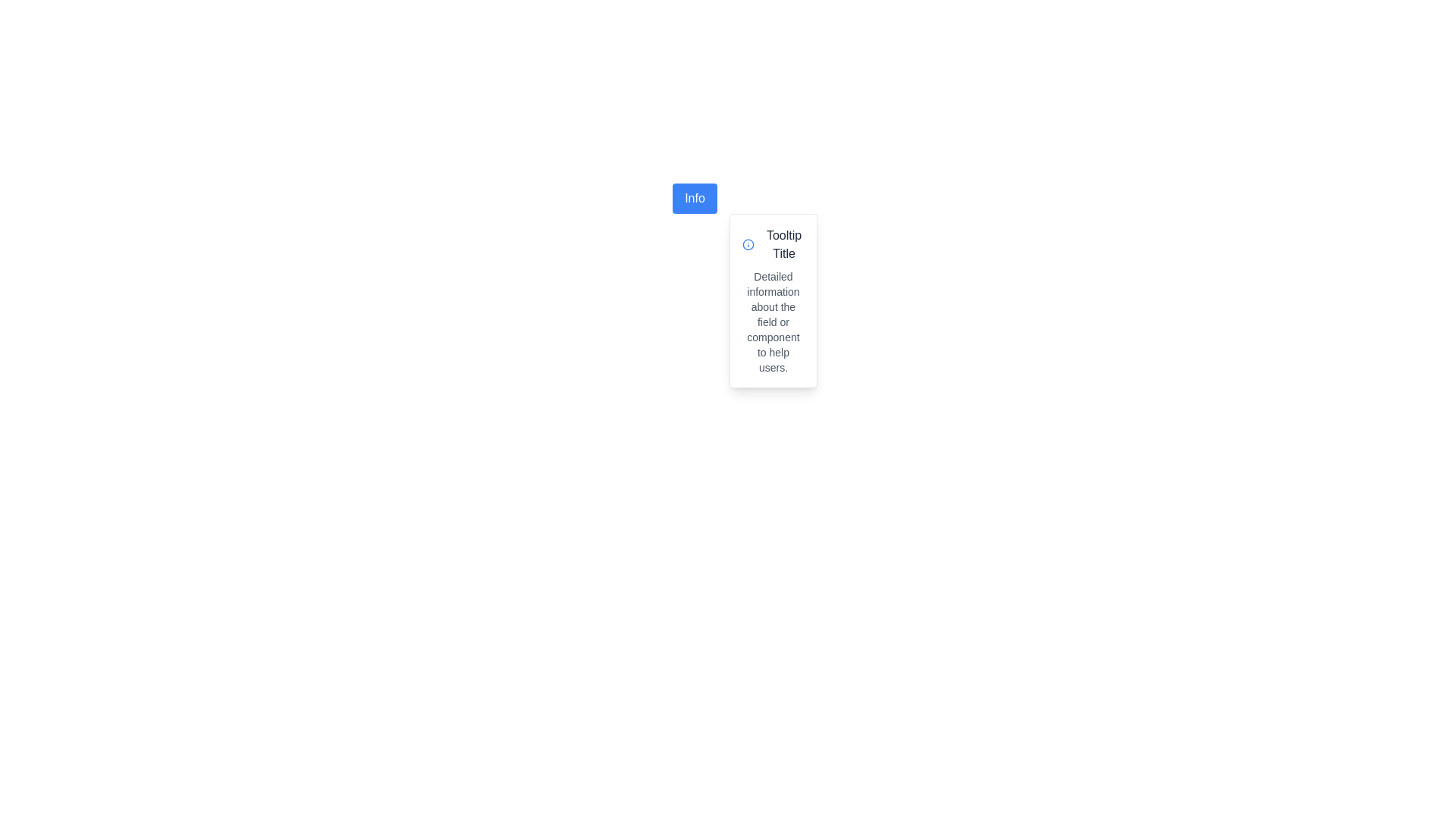  Describe the element at coordinates (694, 198) in the screenshot. I see `the blue button labeled 'Info'` at that location.